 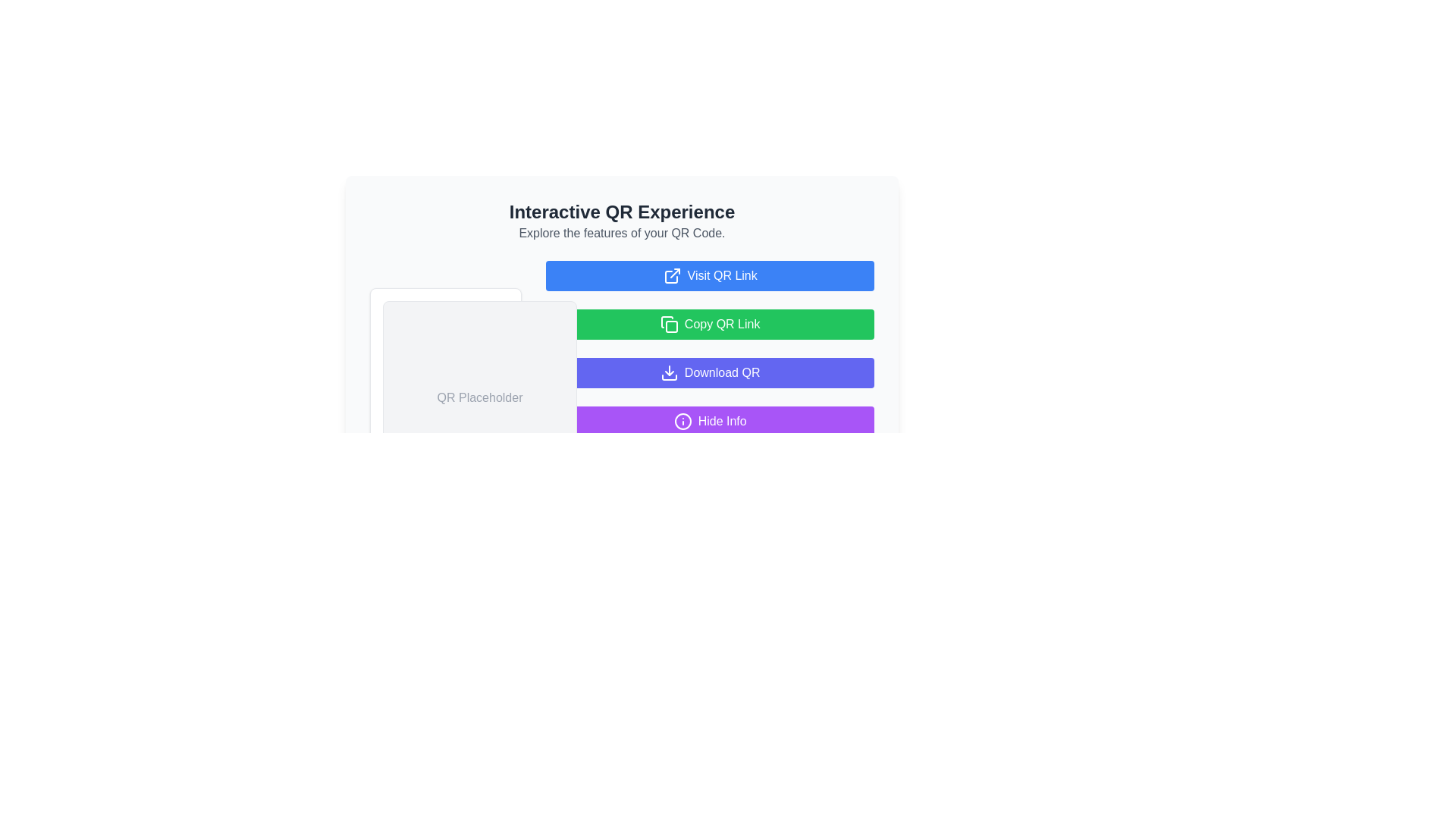 I want to click on the download icon located on the button labeled 'Download QR', which has a white stroke color against a blue background, so click(x=668, y=373).